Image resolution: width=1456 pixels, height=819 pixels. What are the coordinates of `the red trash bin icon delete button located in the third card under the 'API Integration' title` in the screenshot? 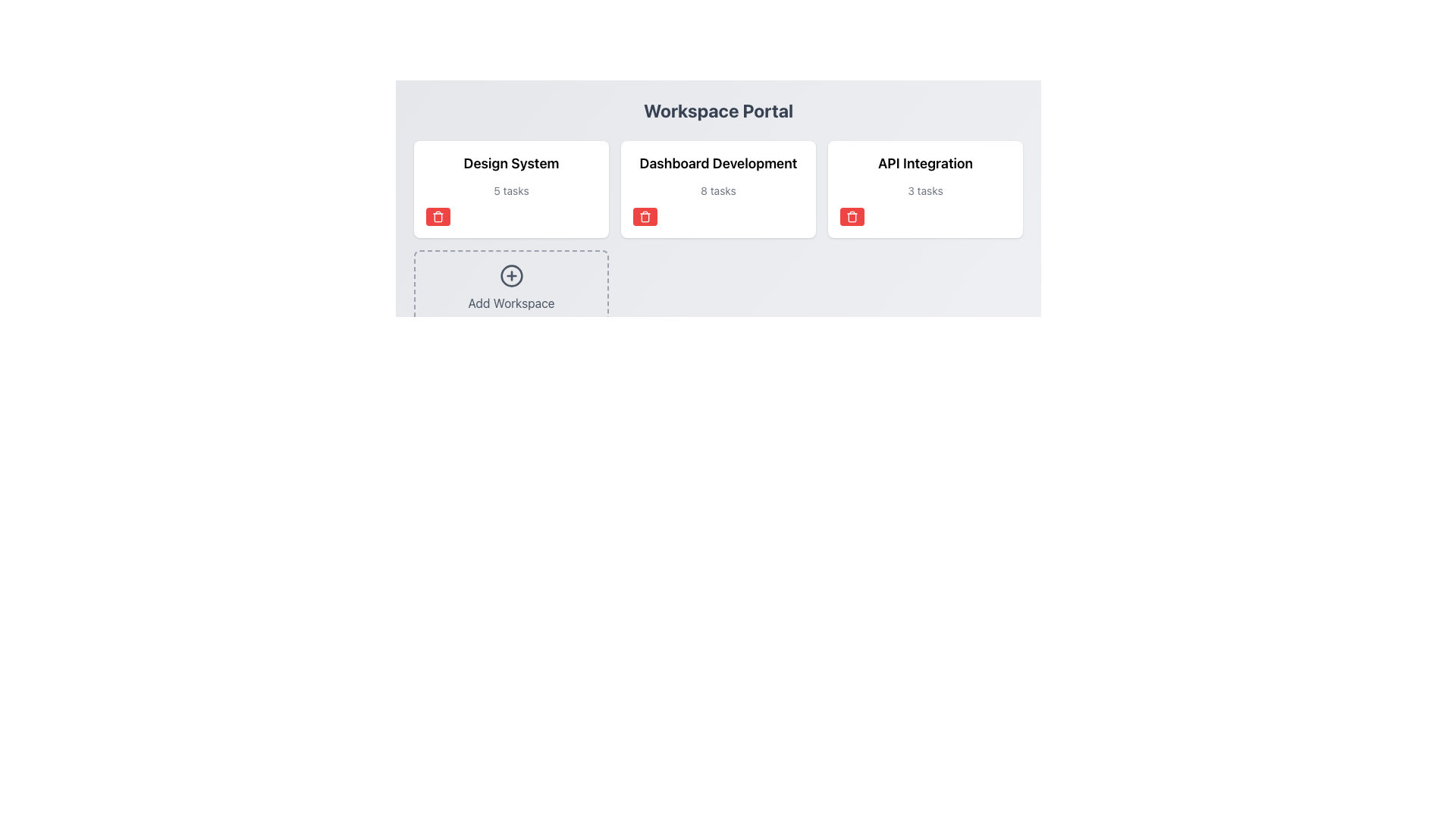 It's located at (852, 216).